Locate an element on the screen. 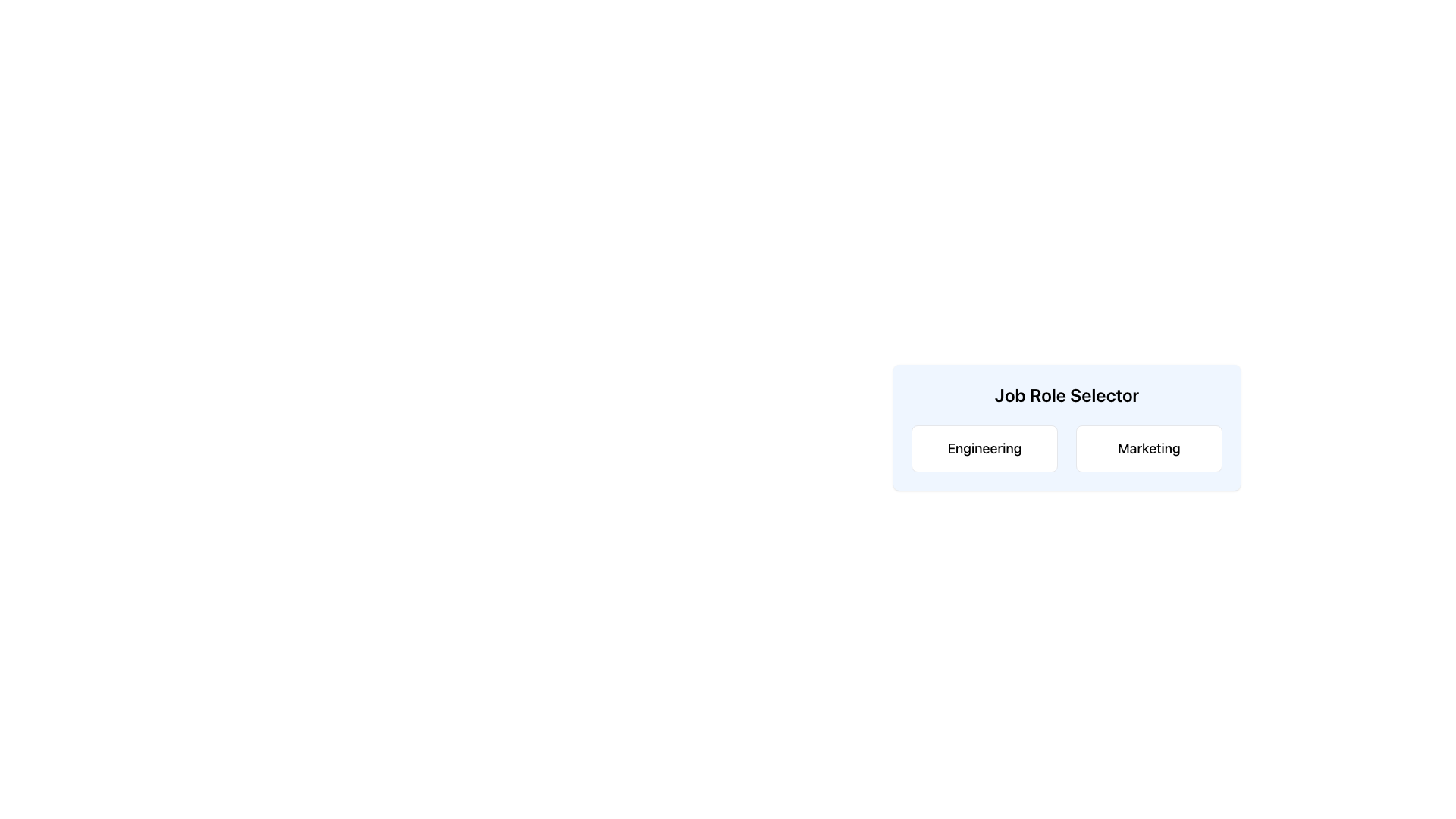 The width and height of the screenshot is (1456, 819). the 'Marketing' text label, which is the second button in the 'Job Role Selector' panel is located at coordinates (1149, 447).